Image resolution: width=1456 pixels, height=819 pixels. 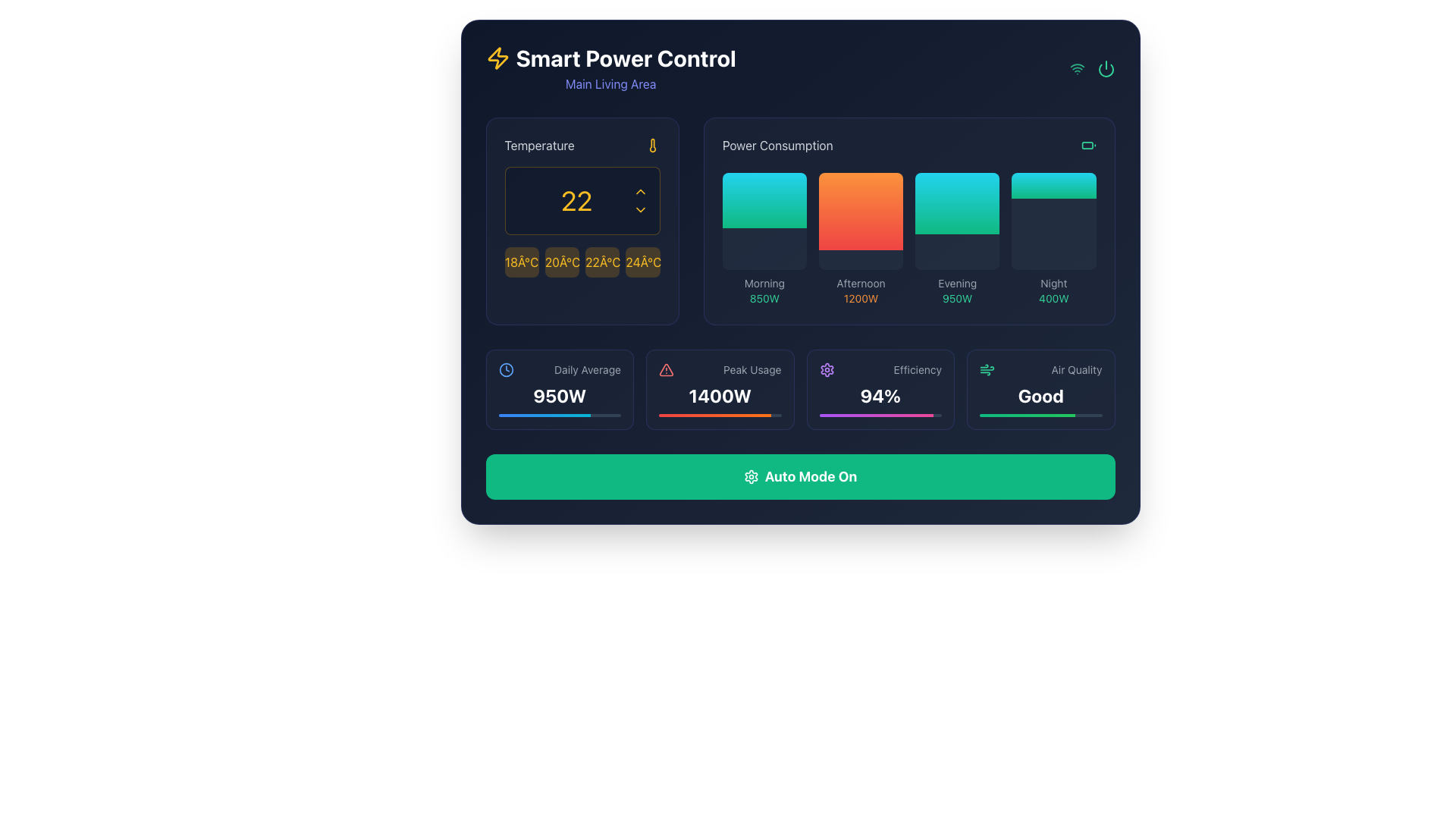 I want to click on the 'Evening' card in the Power Consumption section, which is the third card in a group of four, featuring a cyan to emerald gradient on top and dark slate color on the bottom, so click(x=956, y=221).